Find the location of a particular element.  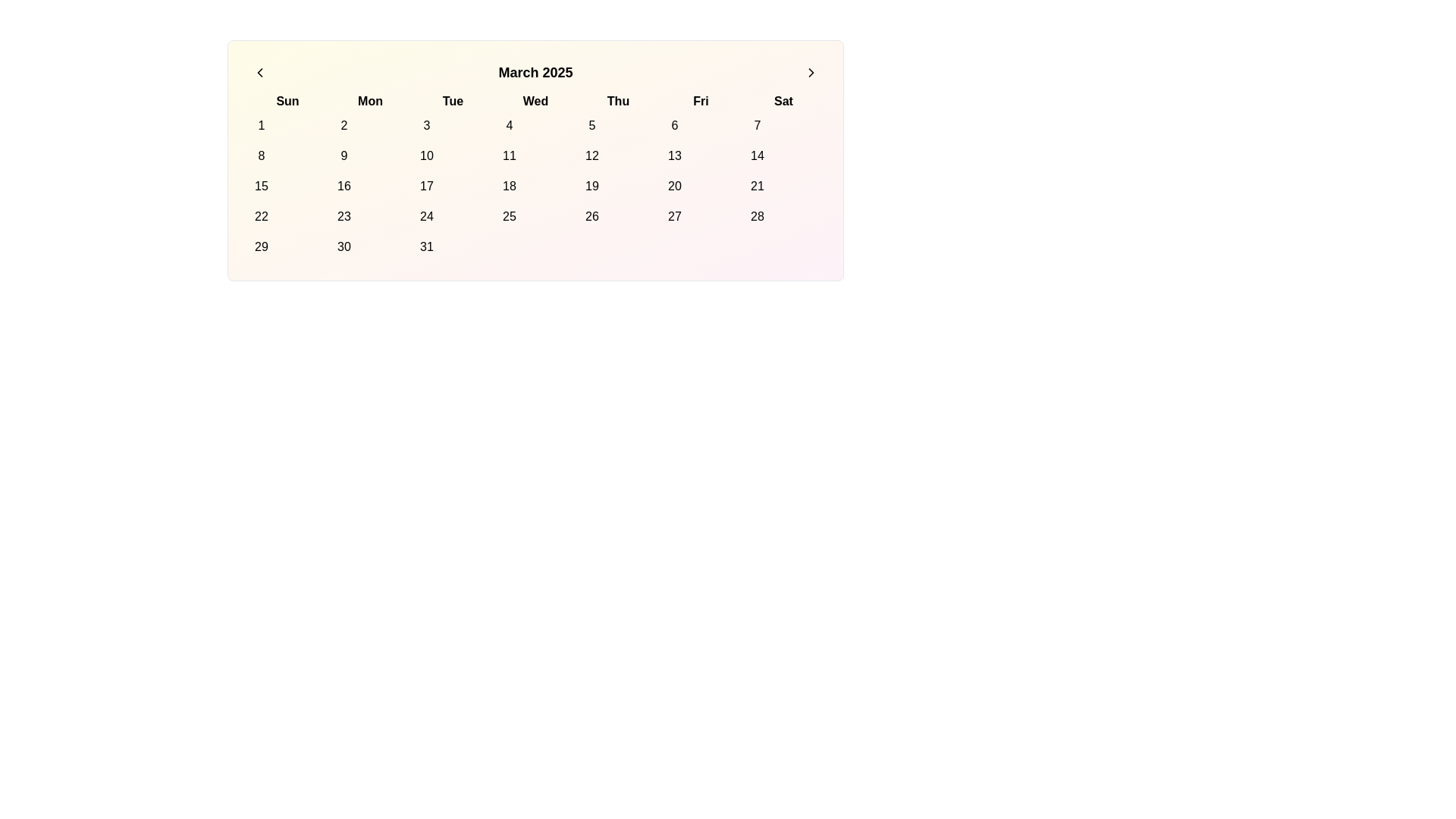

the bold static text label displaying 'Mon' in the calendar grid, which is positioned between 'Sun' and 'Tue' is located at coordinates (370, 102).